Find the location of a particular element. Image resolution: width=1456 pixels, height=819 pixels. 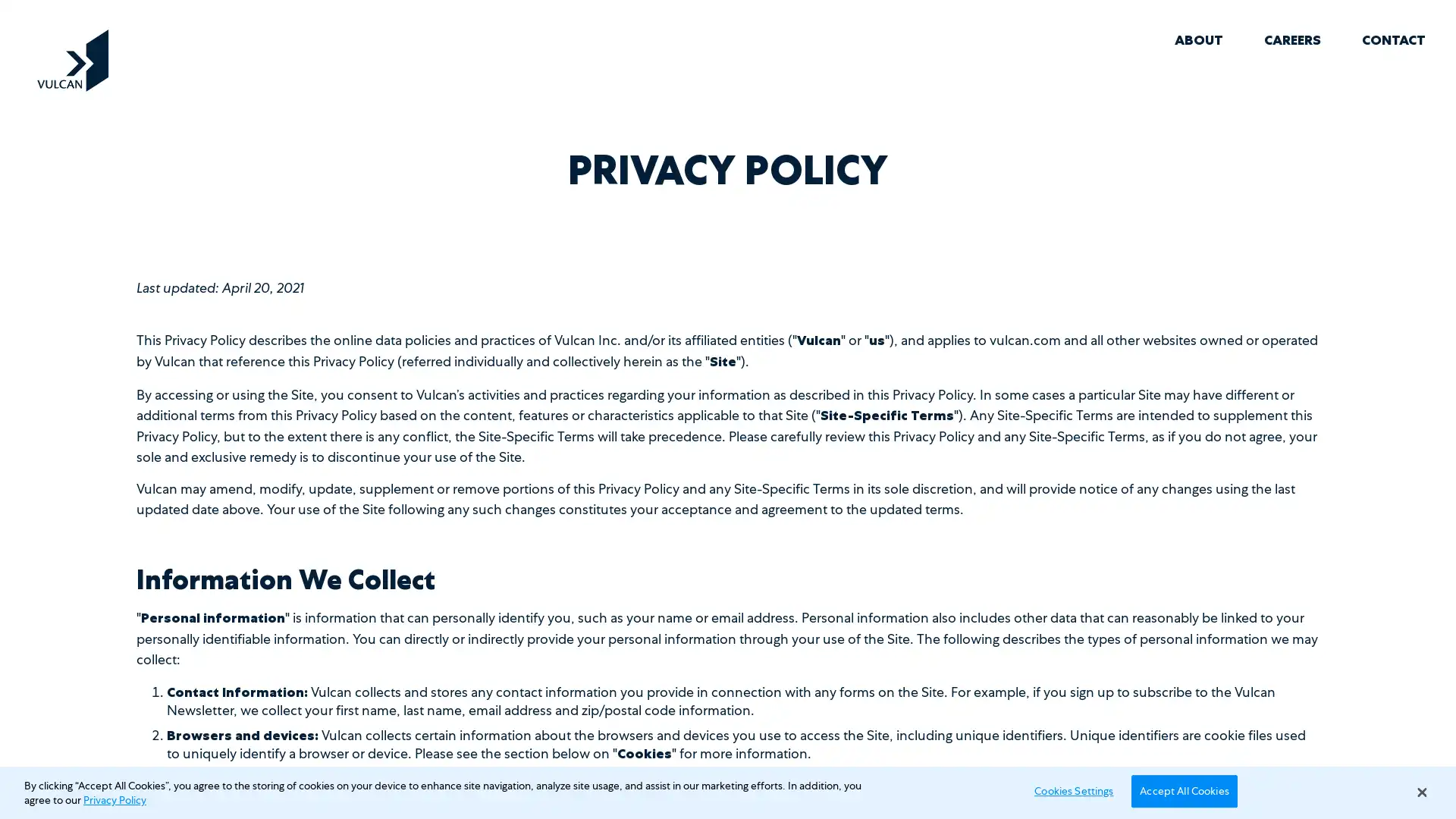

Cookies Settings is located at coordinates (1068, 789).